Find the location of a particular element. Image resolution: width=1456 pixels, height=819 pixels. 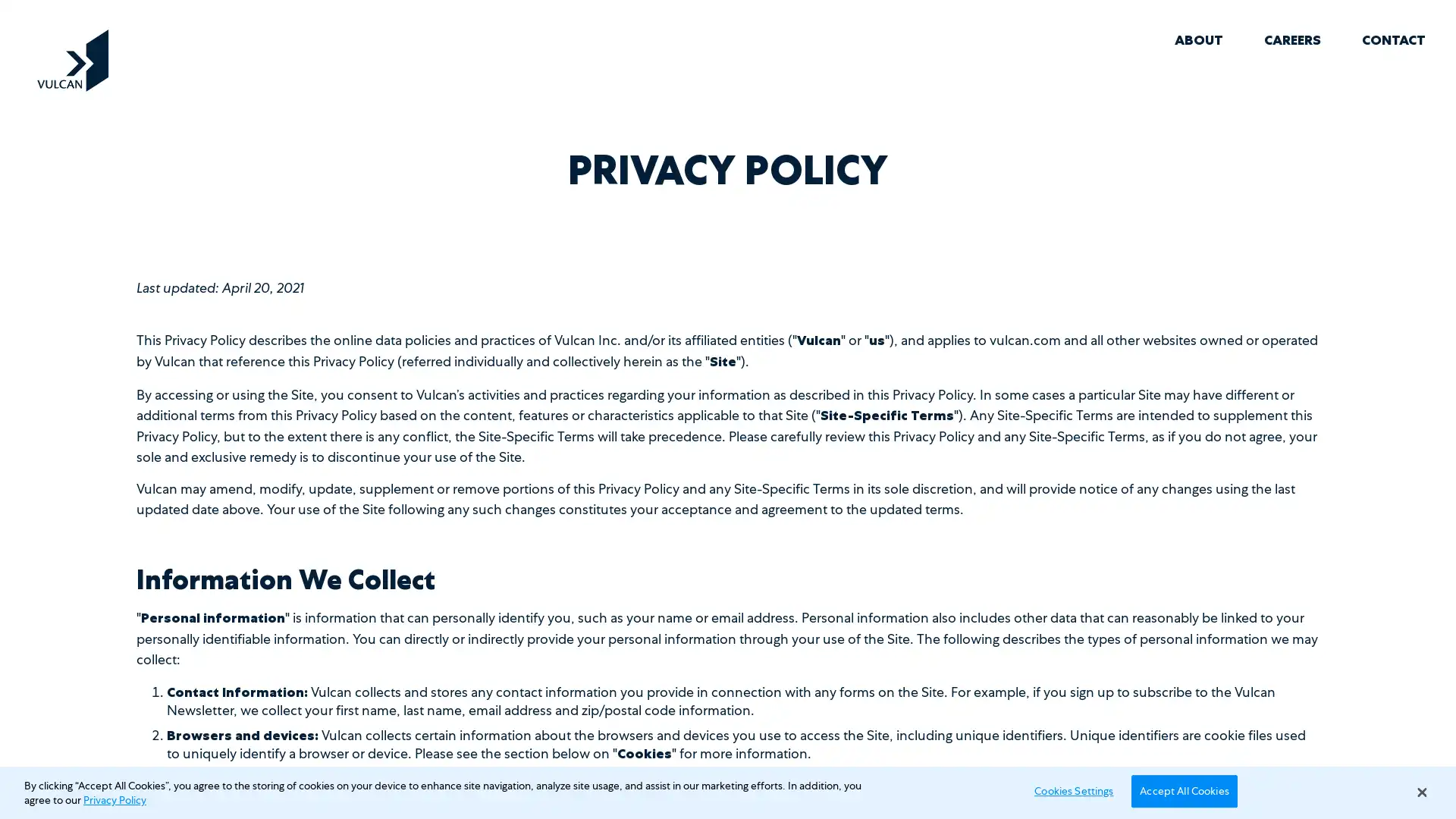

Cookies Settings is located at coordinates (1068, 789).